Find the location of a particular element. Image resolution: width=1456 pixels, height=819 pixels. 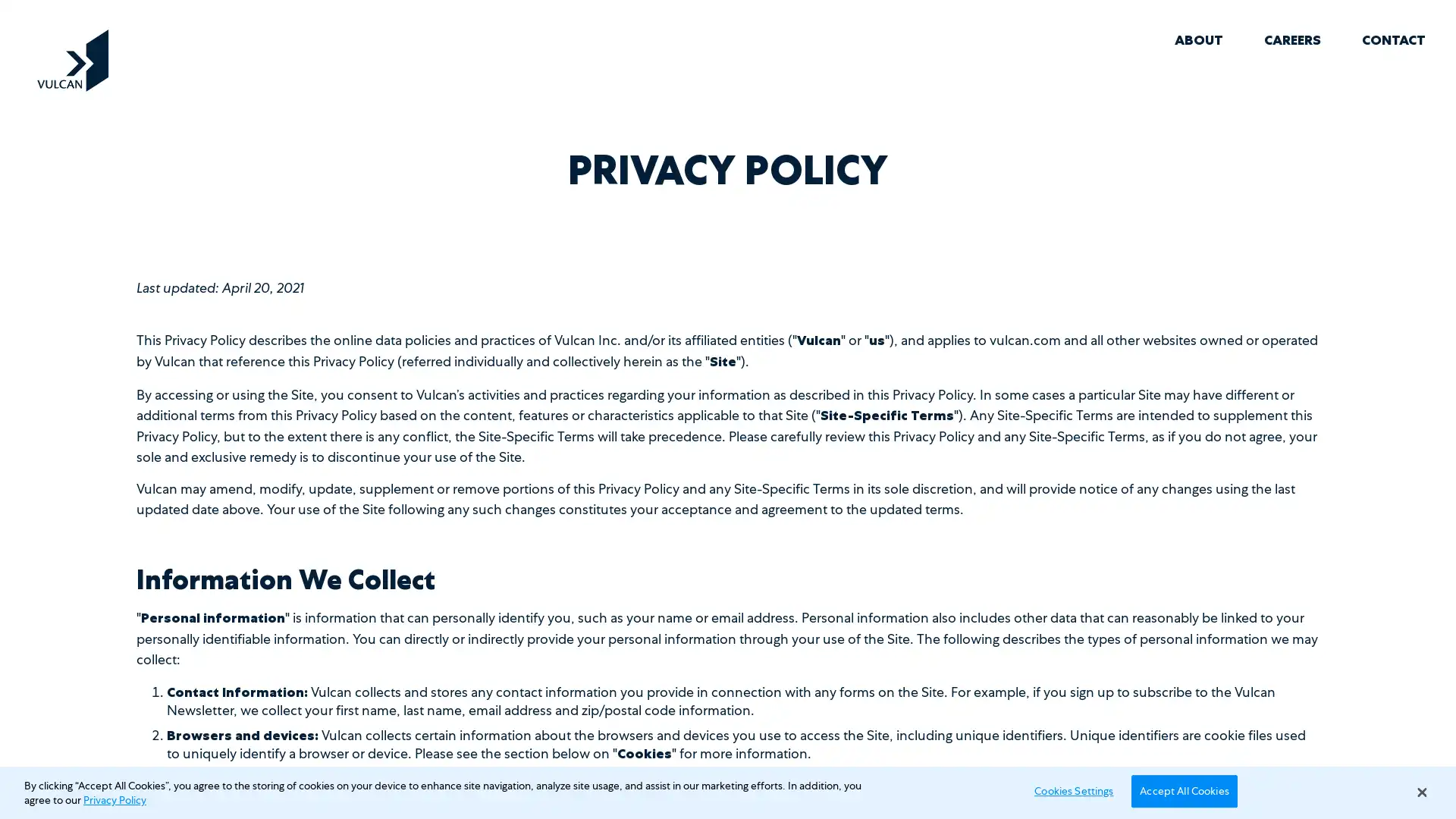

Cookies Settings is located at coordinates (1068, 789).